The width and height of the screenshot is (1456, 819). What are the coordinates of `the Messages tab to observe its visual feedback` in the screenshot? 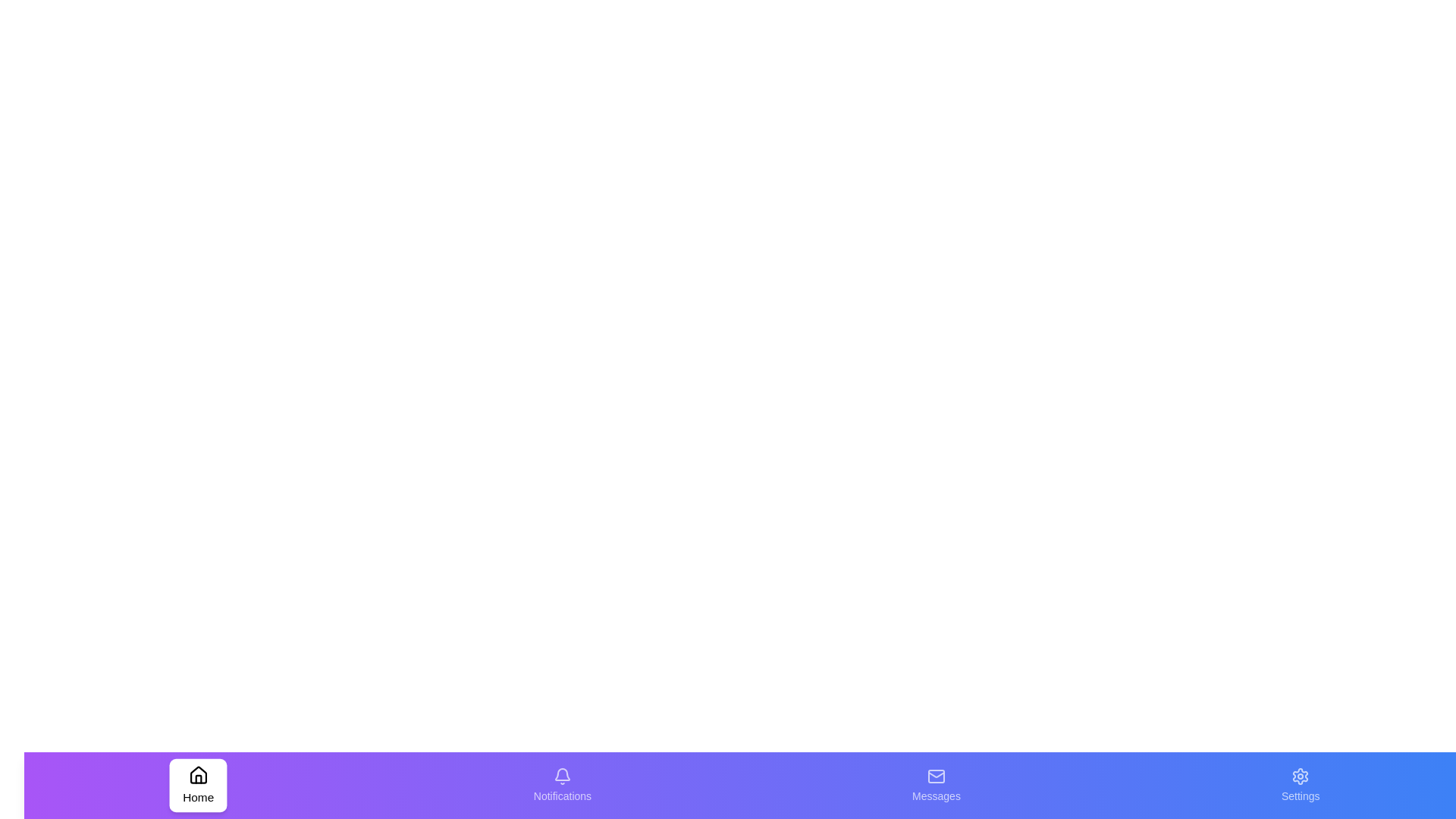 It's located at (935, 785).